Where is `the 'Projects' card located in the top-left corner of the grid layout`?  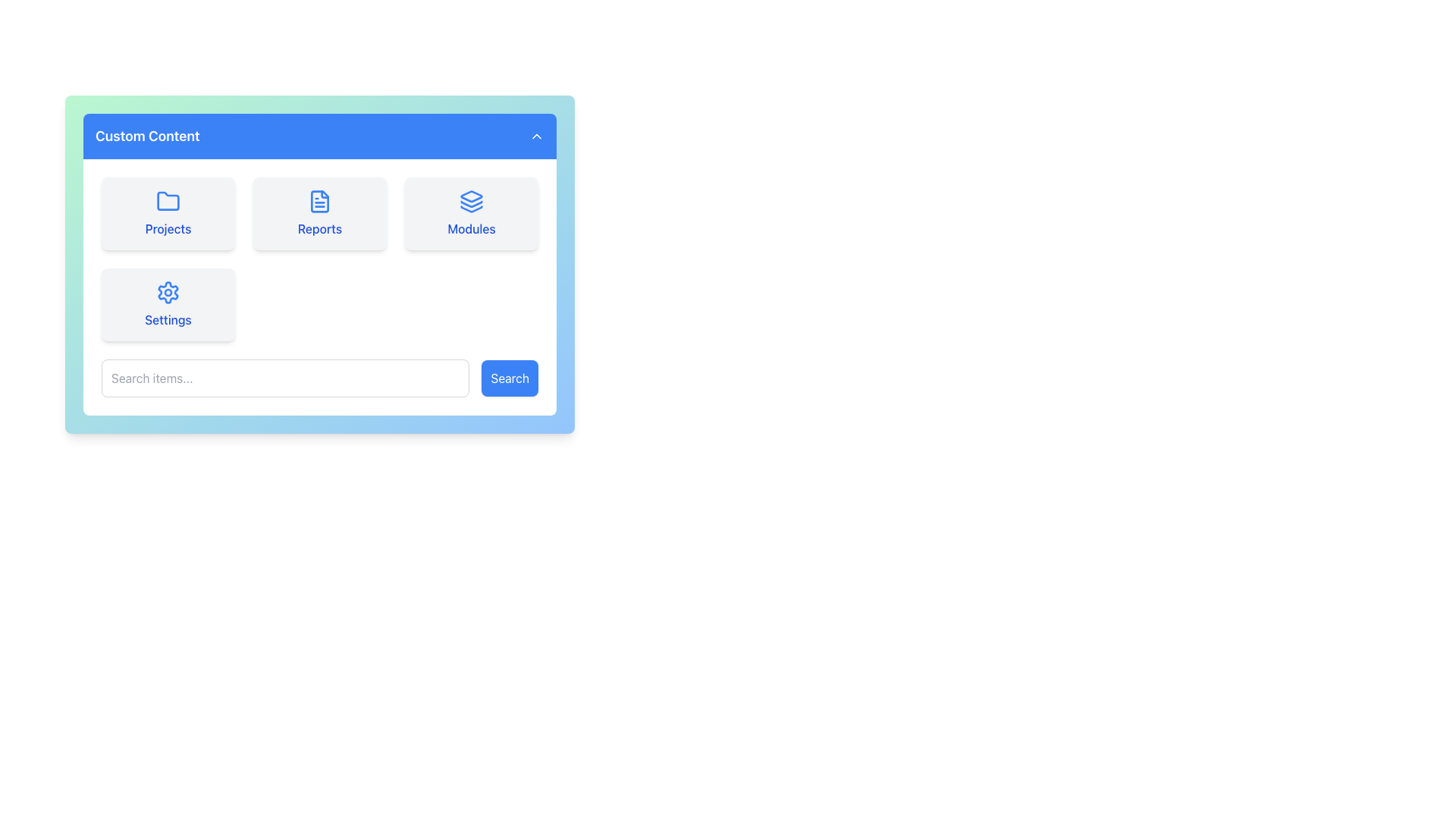
the 'Projects' card located in the top-left corner of the grid layout is located at coordinates (168, 213).